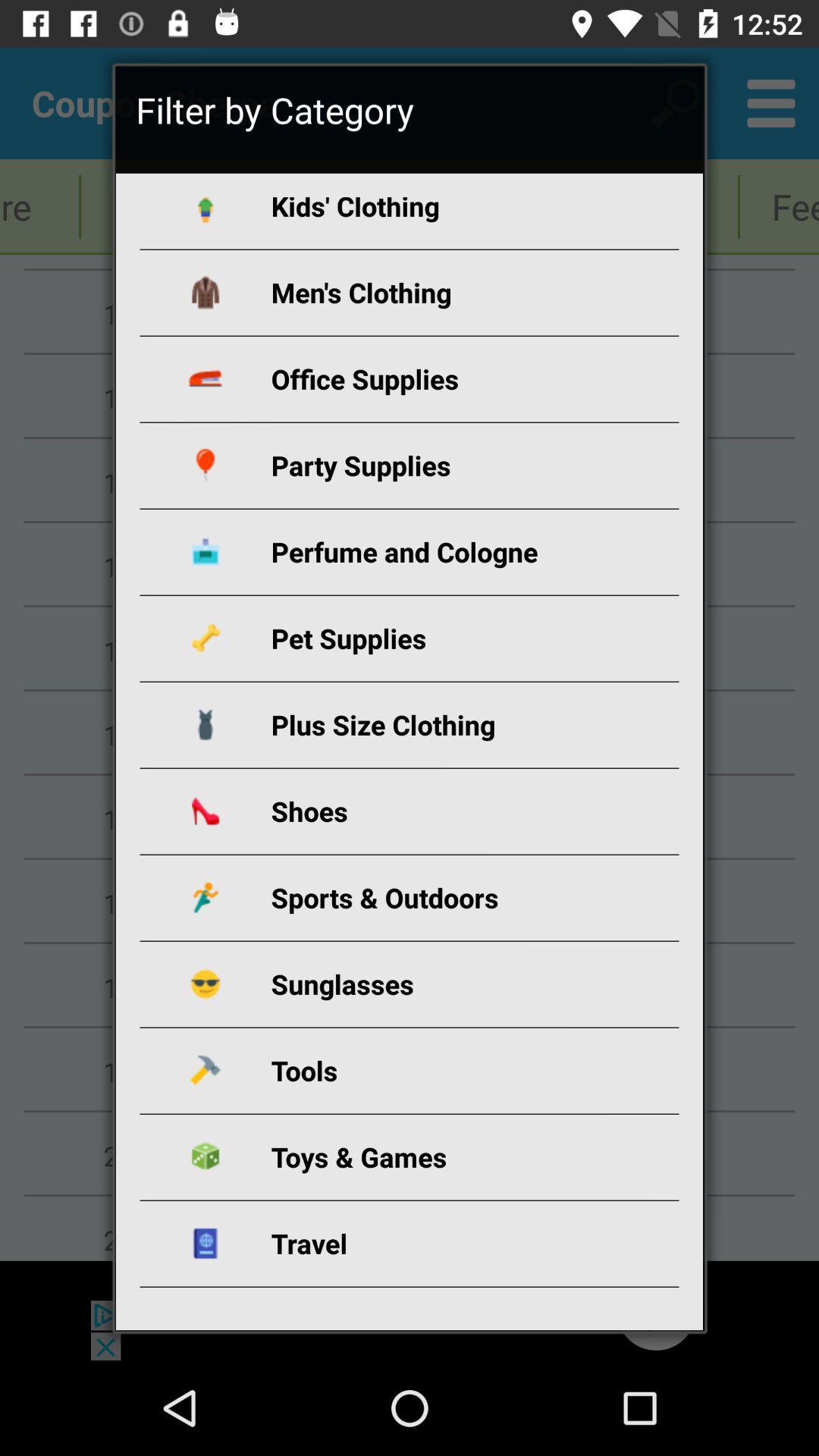 The height and width of the screenshot is (1456, 819). I want to click on the icon above men's clothing, so click(427, 210).